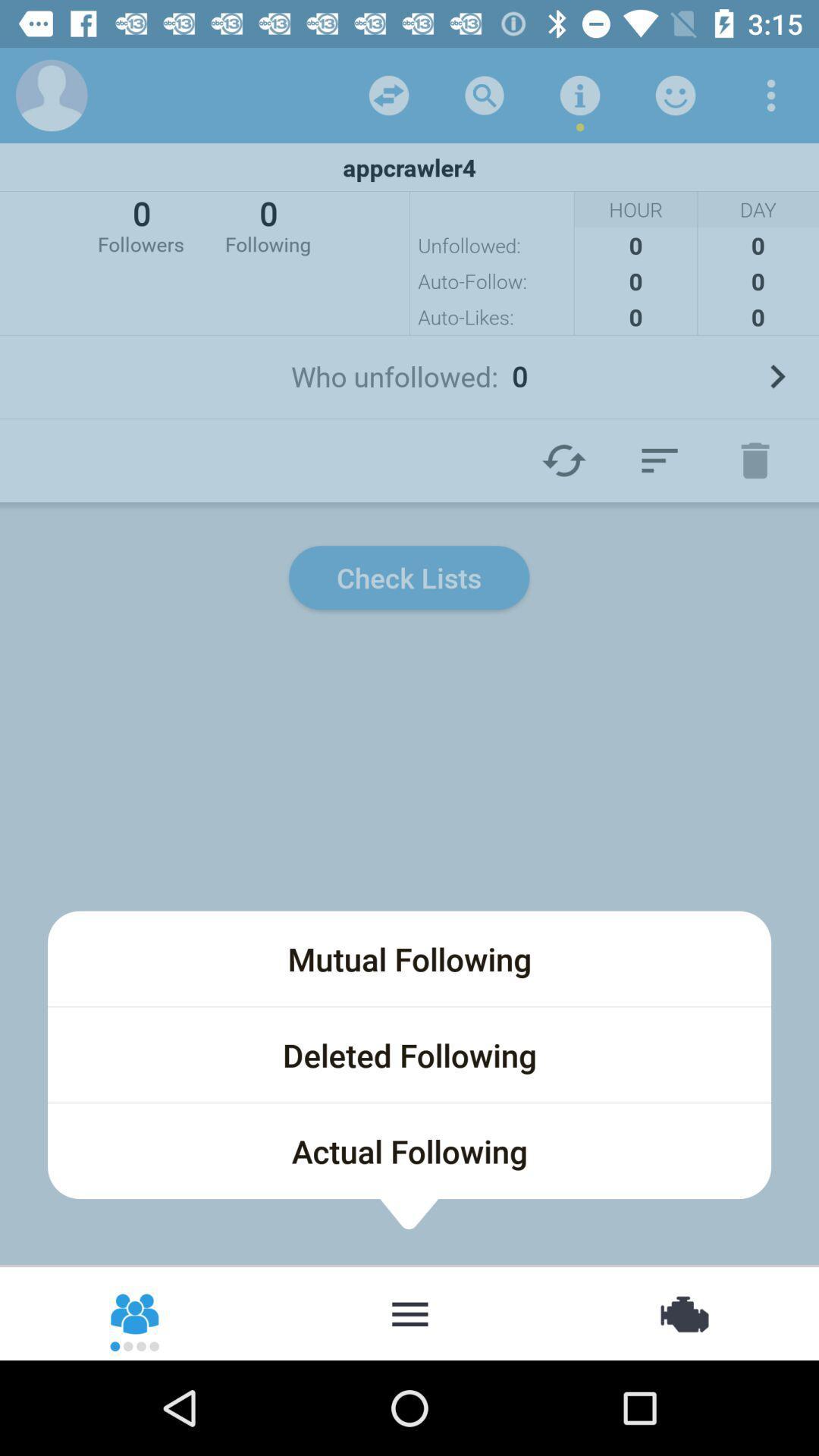 Image resolution: width=819 pixels, height=1456 pixels. Describe the element at coordinates (675, 94) in the screenshot. I see `the item above the appcrawler4` at that location.